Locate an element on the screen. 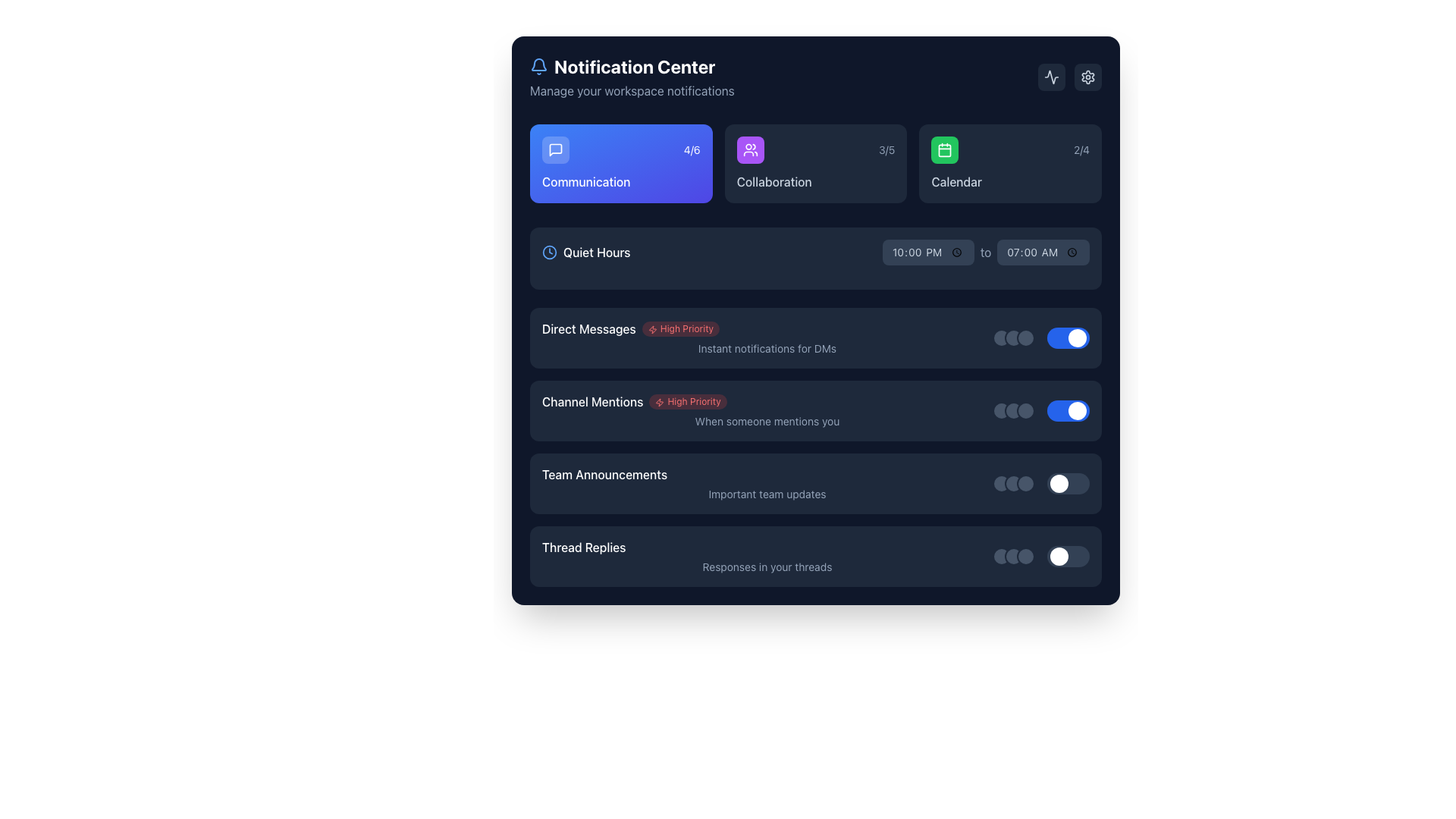 The image size is (1456, 819). the Text display indicating High Priority notification settings for Direct Messages is located at coordinates (767, 337).